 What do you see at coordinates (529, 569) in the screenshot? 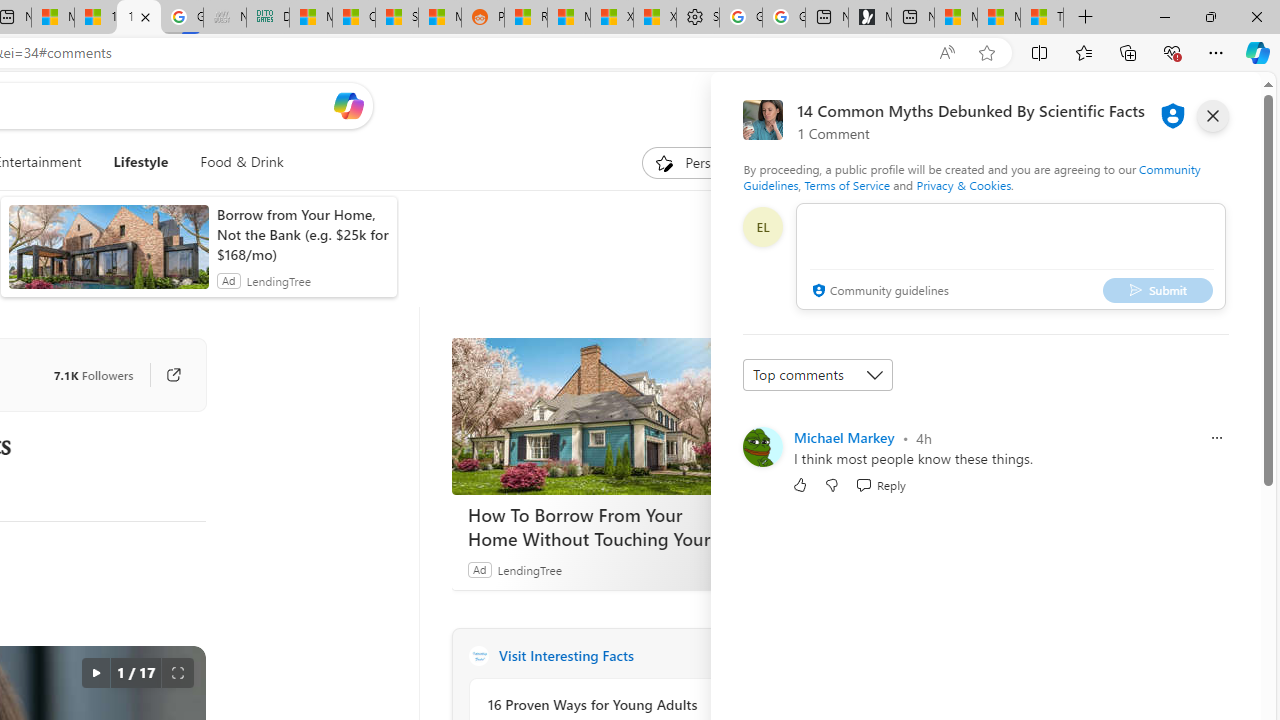
I see `'LendingTree'` at bounding box center [529, 569].